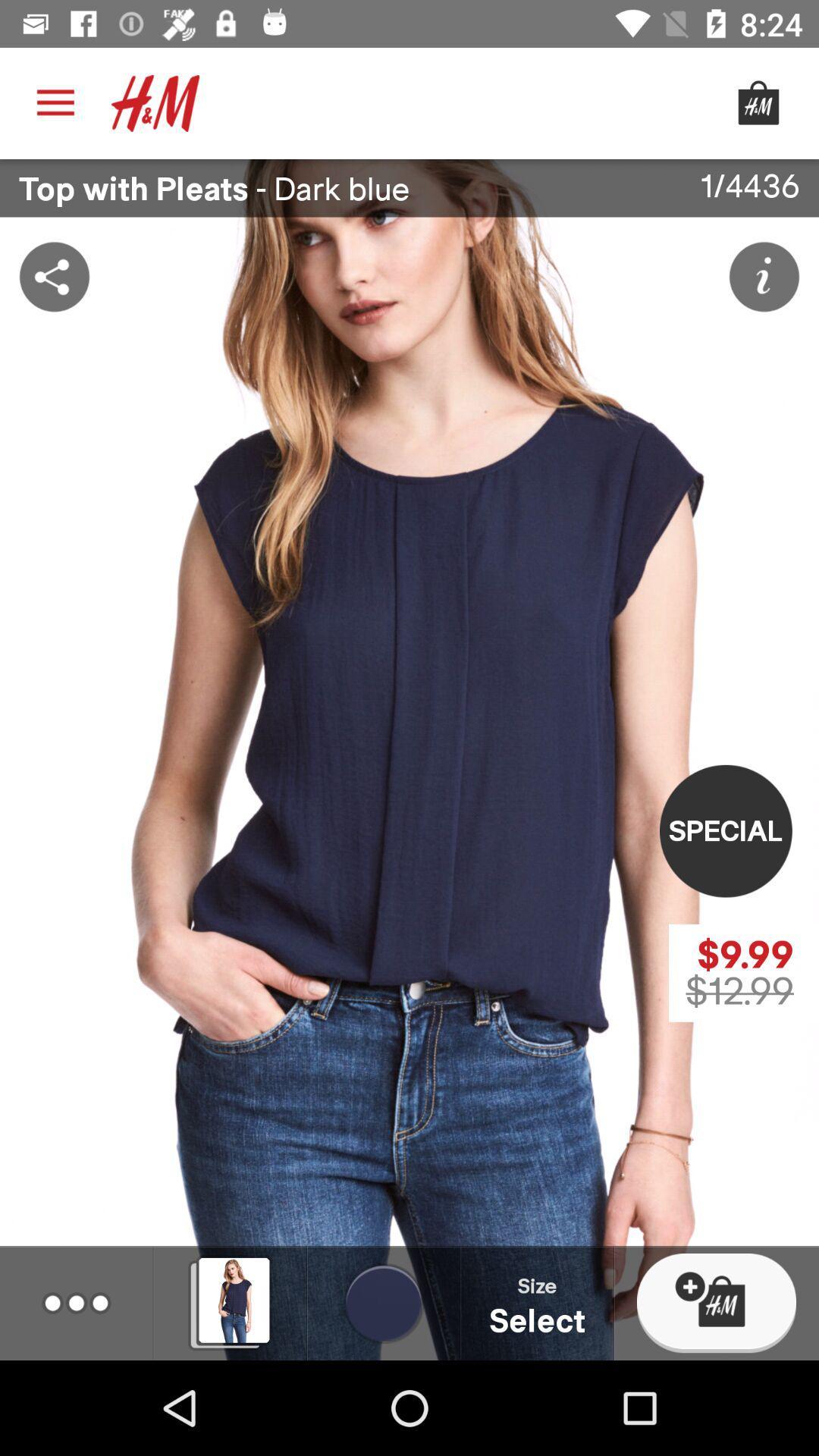 Image resolution: width=819 pixels, height=1456 pixels. I want to click on the share icon, so click(54, 277).